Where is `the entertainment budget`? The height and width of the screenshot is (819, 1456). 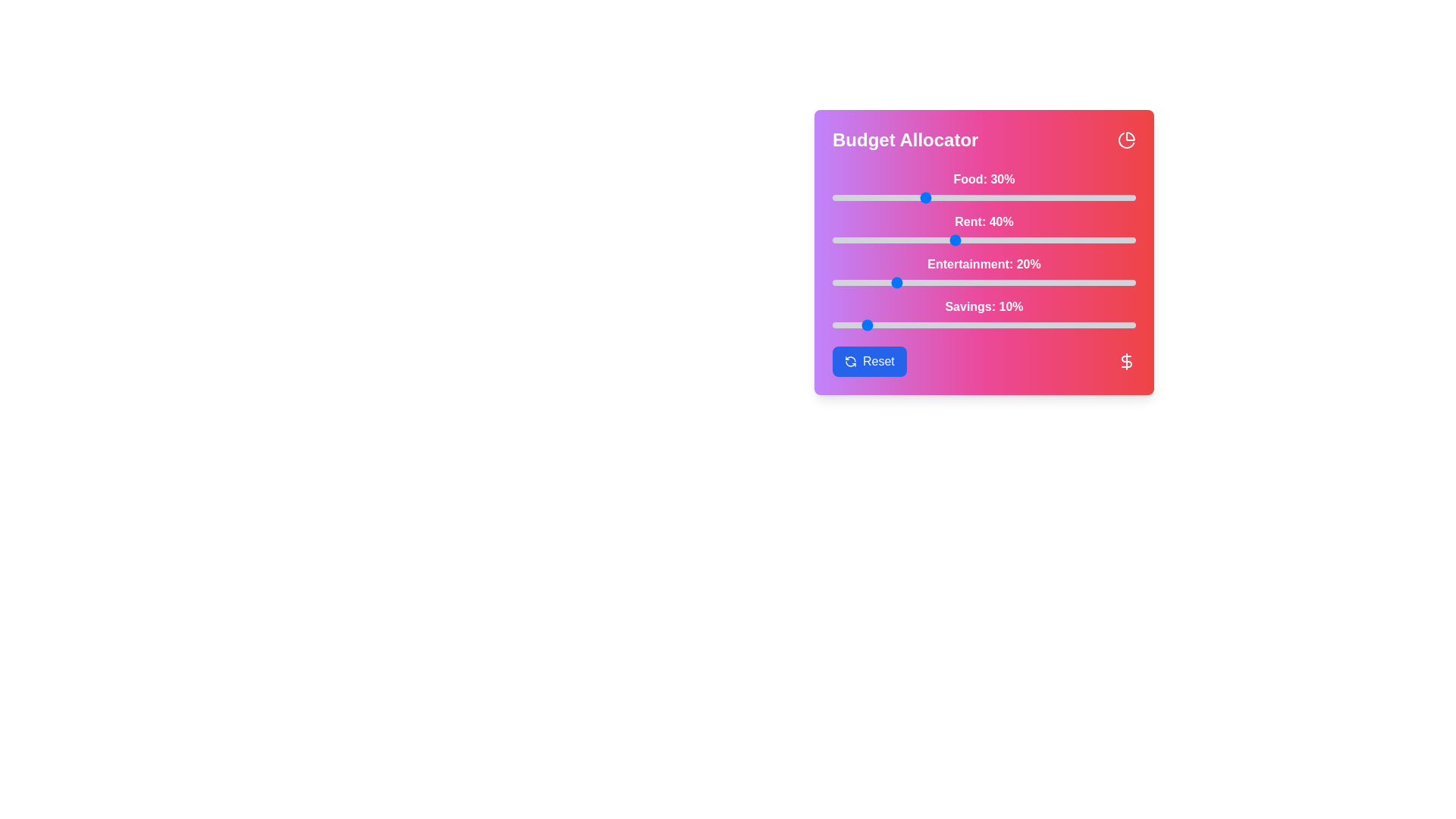 the entertainment budget is located at coordinates (1087, 283).